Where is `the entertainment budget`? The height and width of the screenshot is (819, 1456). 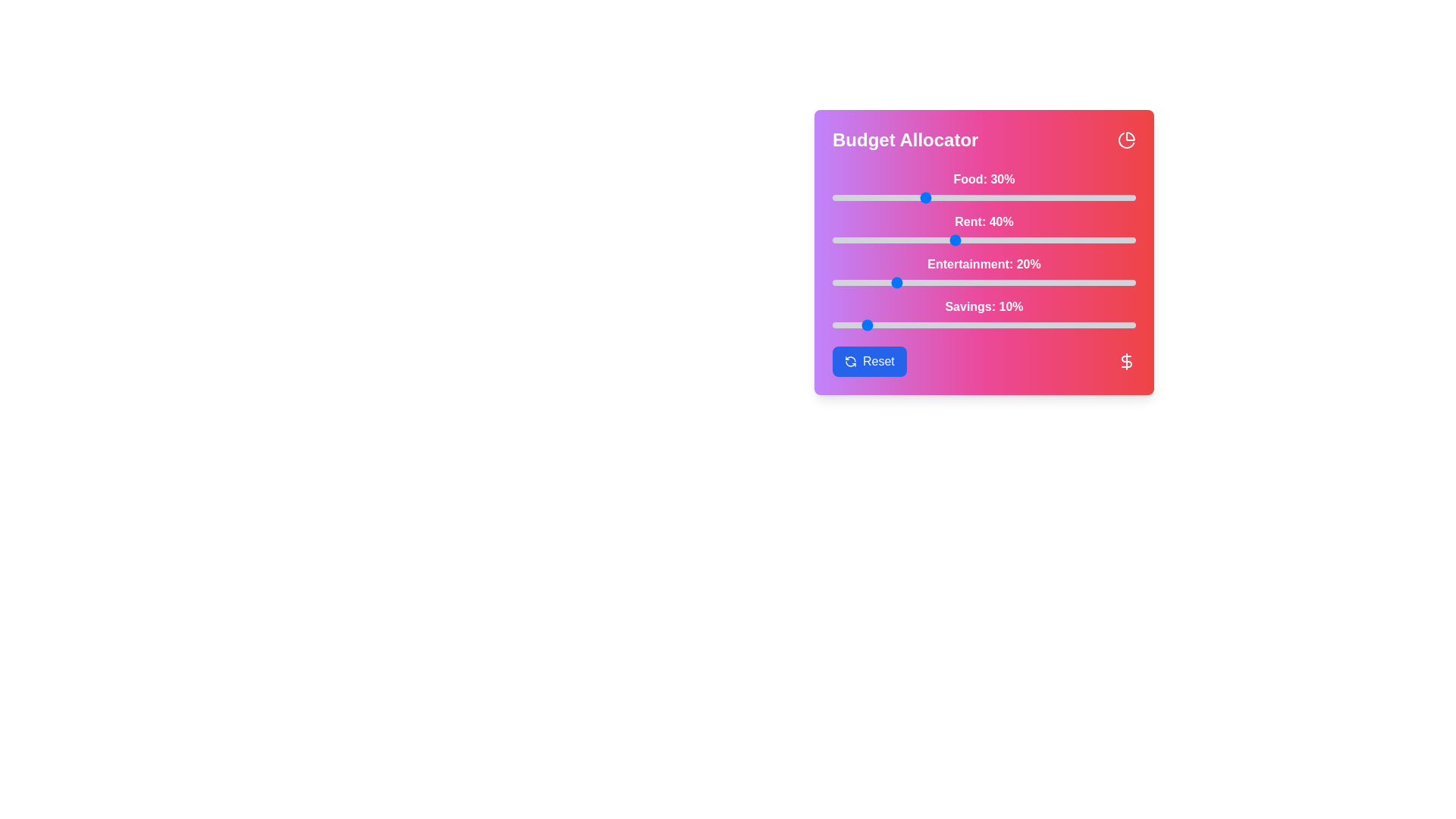 the entertainment budget is located at coordinates (1087, 283).